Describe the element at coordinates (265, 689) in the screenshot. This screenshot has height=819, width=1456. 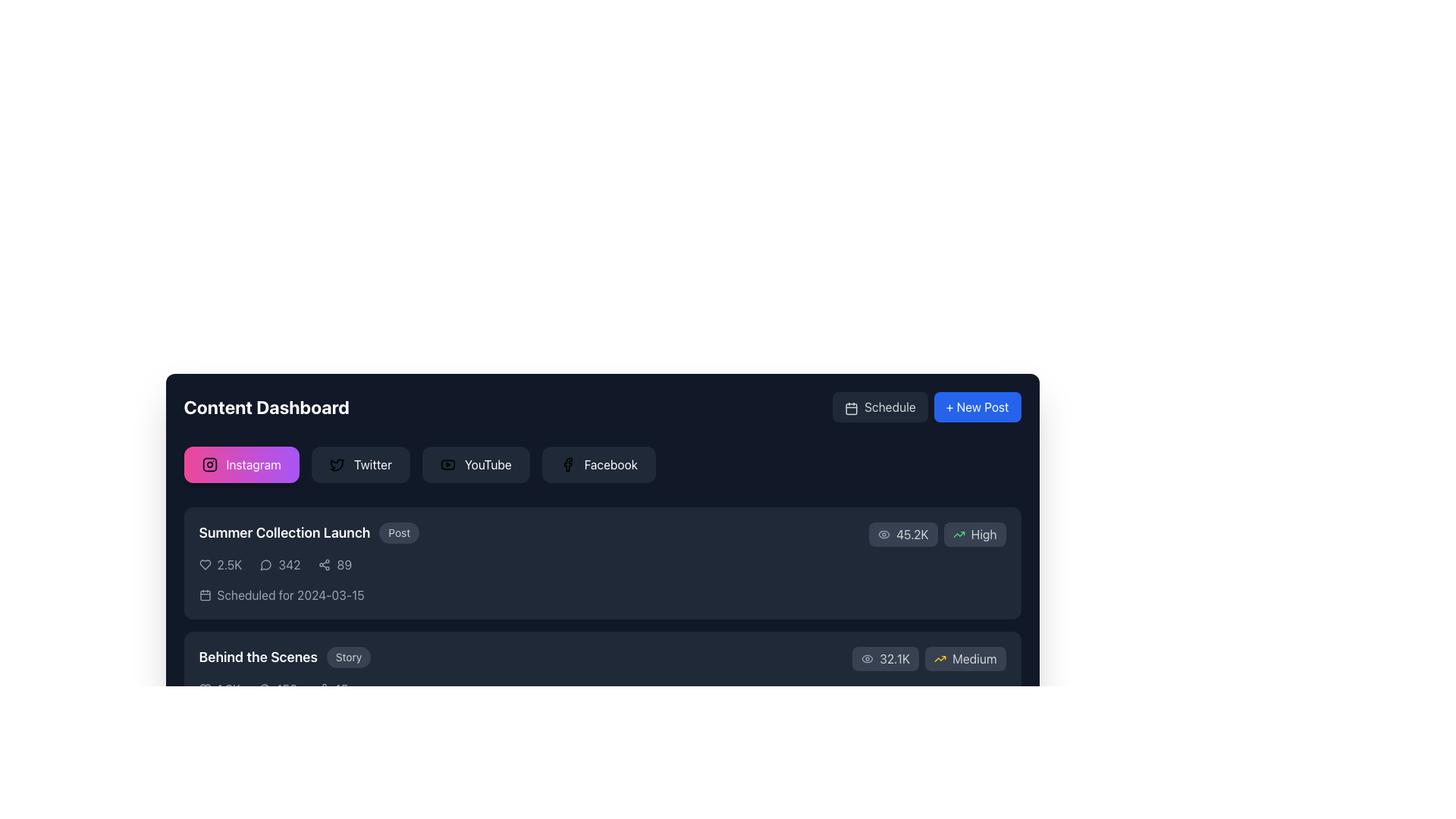
I see `the comment count icon located on the right side of the 'Behind the Scenes' section, which serves as a visual indicator for user interaction` at that location.